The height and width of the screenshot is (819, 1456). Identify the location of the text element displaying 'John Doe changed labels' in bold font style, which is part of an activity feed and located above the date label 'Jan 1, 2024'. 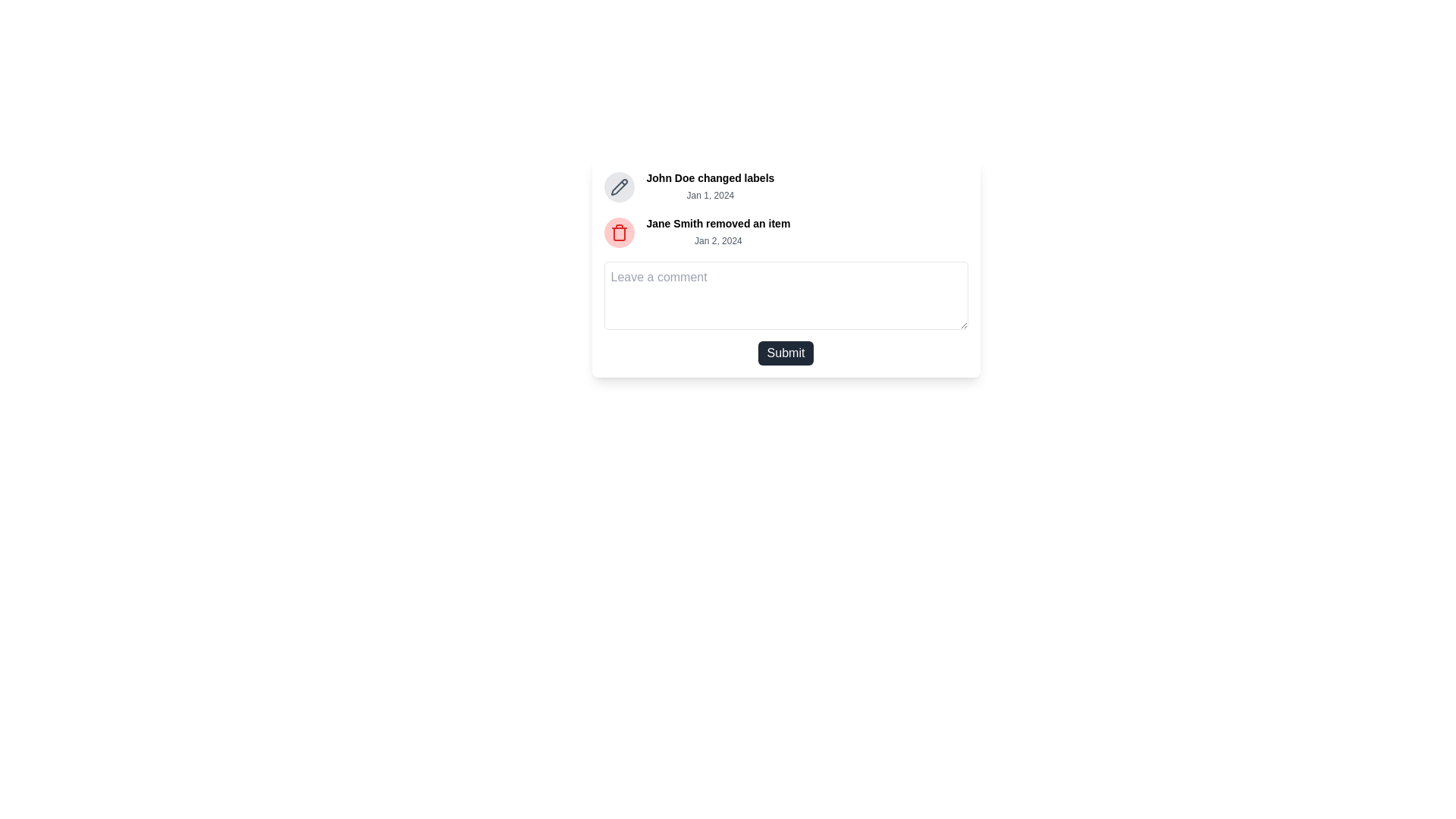
(709, 177).